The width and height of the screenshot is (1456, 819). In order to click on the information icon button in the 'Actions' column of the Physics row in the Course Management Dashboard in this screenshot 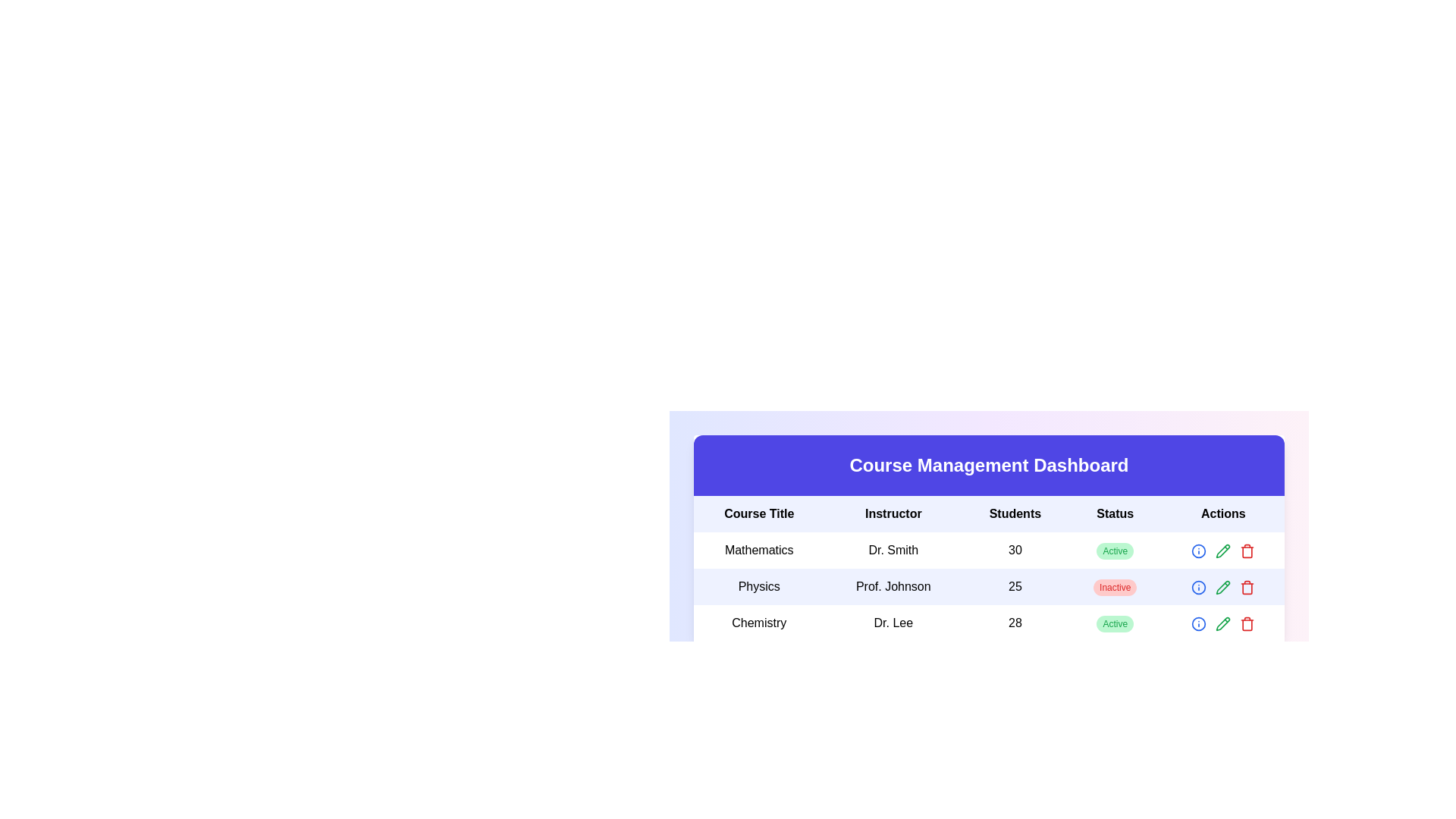, I will do `click(1198, 586)`.